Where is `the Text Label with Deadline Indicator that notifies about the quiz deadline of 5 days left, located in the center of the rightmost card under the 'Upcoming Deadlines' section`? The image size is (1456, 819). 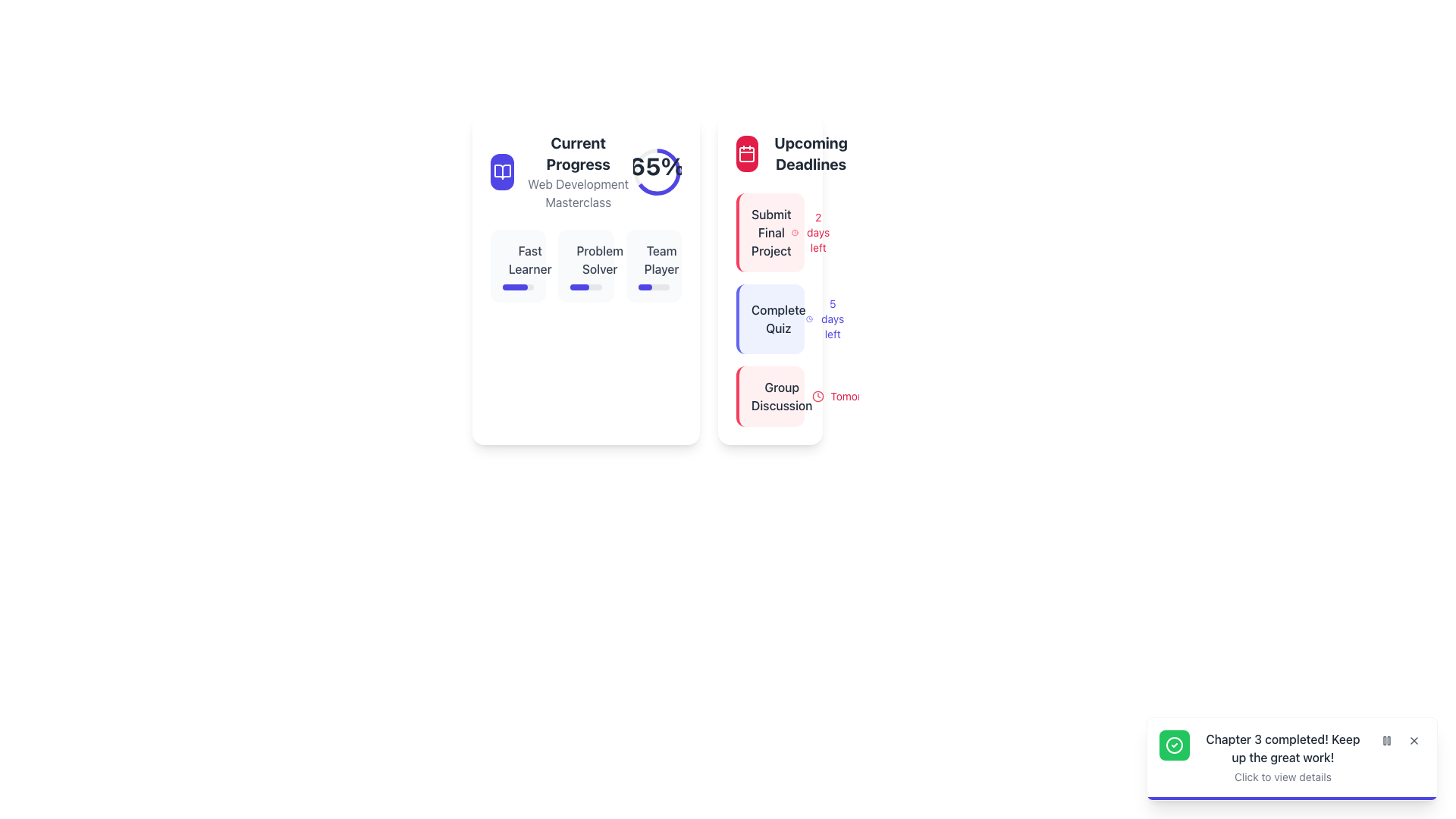
the Text Label with Deadline Indicator that notifies about the quiz deadline of 5 days left, located in the center of the rightmost card under the 'Upcoming Deadlines' section is located at coordinates (771, 318).